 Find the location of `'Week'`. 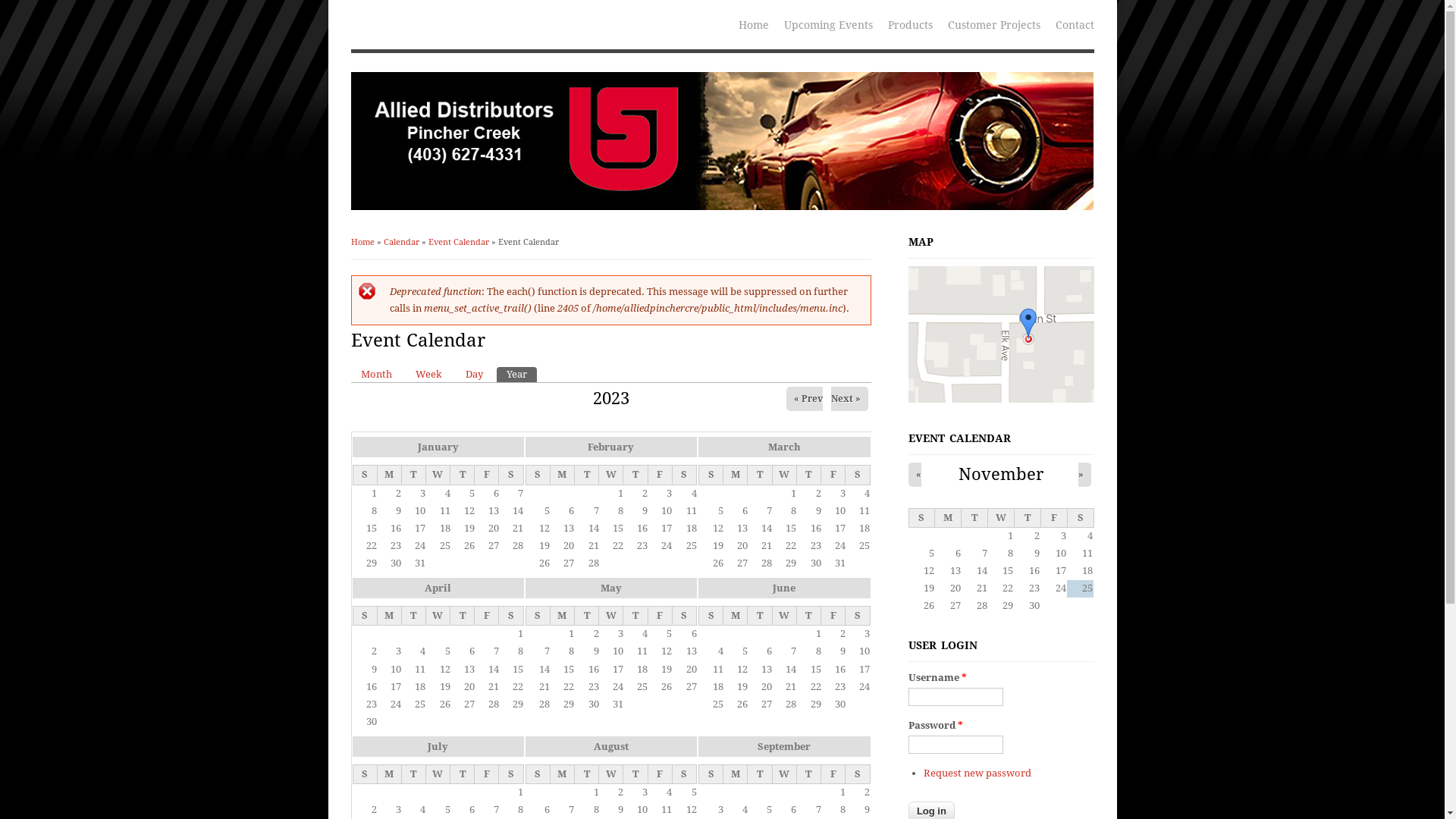

'Week' is located at coordinates (427, 374).